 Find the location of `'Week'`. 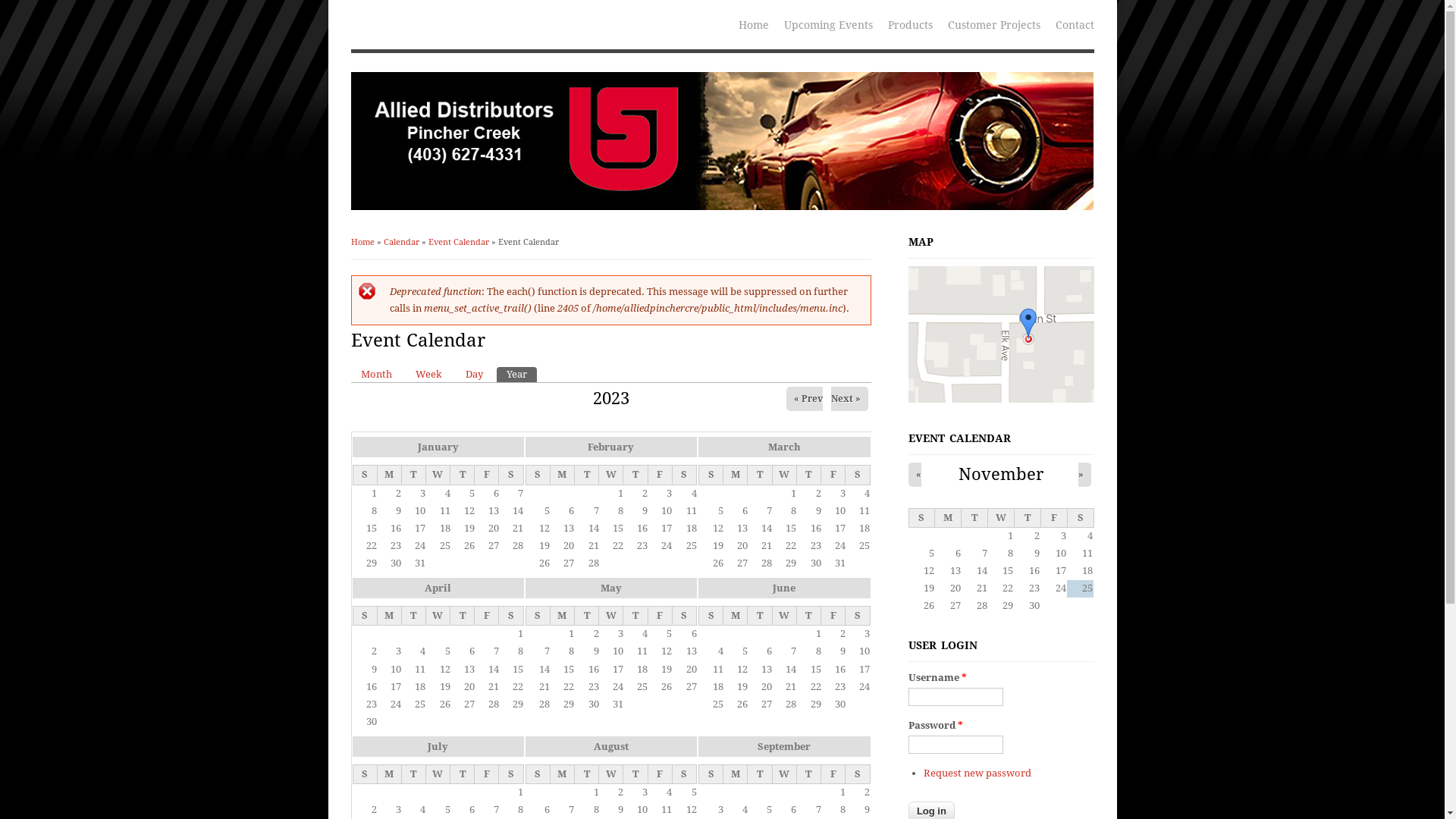

'Week' is located at coordinates (427, 374).